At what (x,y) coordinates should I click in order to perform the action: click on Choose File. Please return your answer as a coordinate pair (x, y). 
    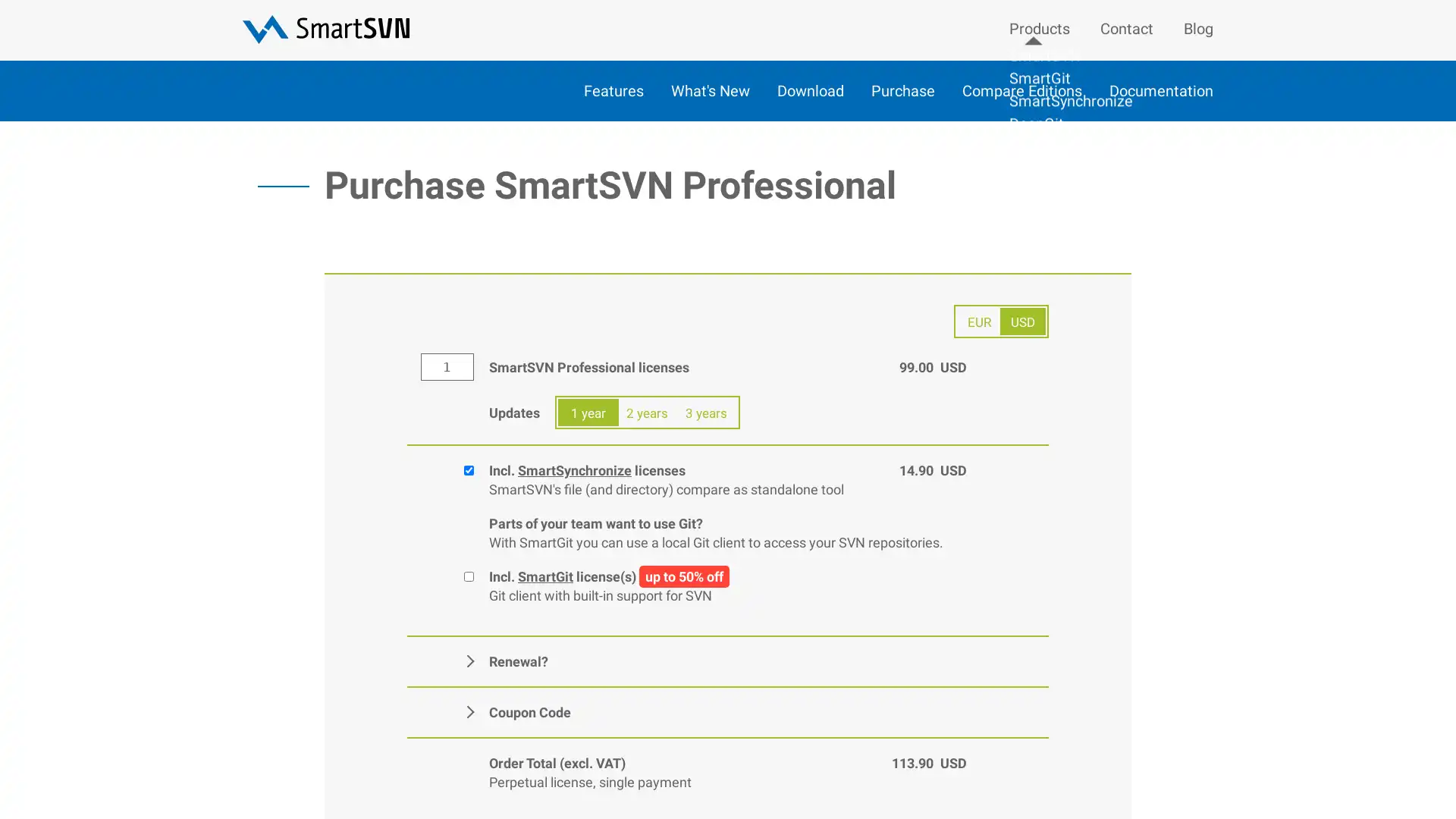
    Looking at the image, I should click on (659, 707).